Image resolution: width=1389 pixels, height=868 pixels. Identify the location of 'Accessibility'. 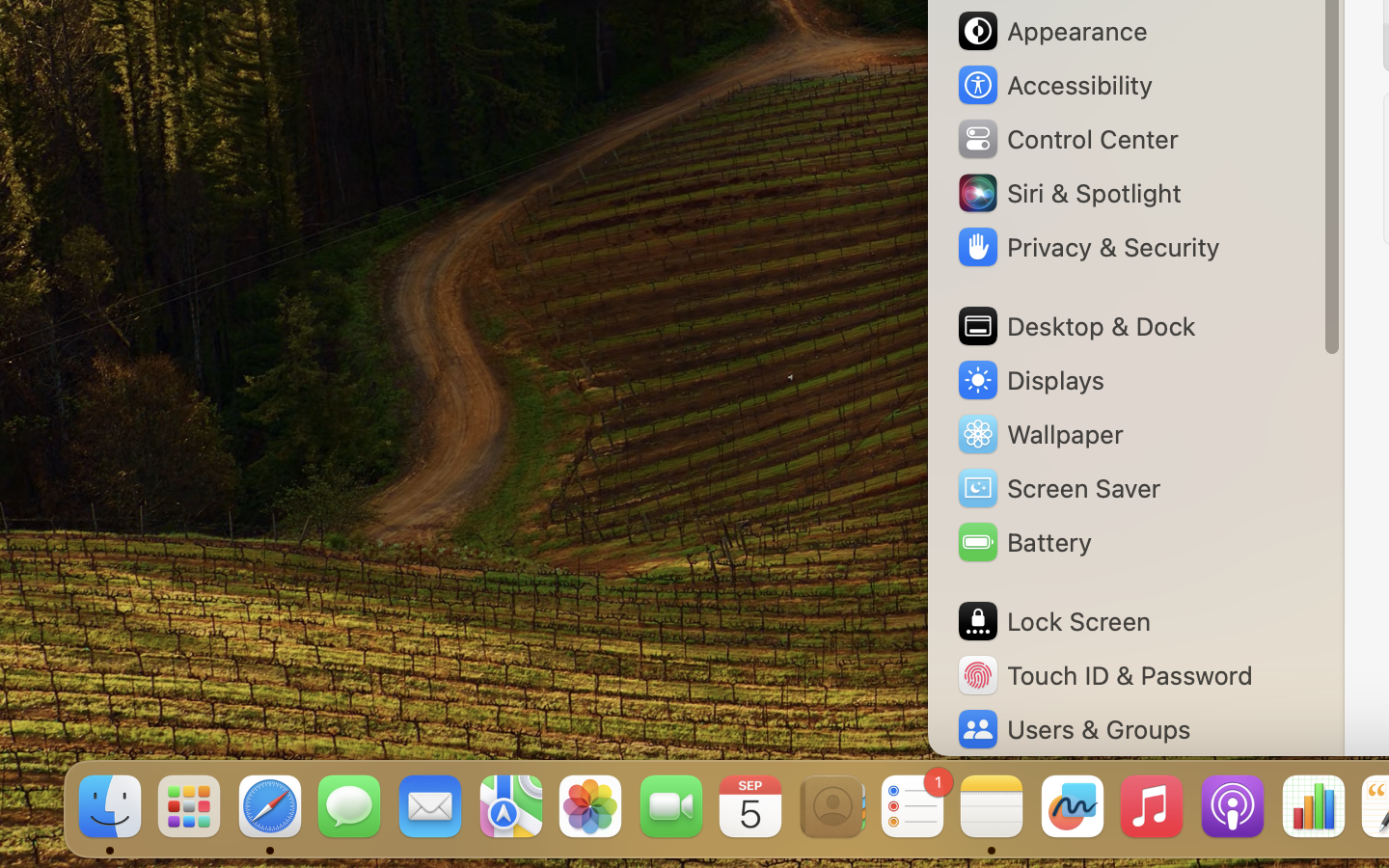
(1052, 84).